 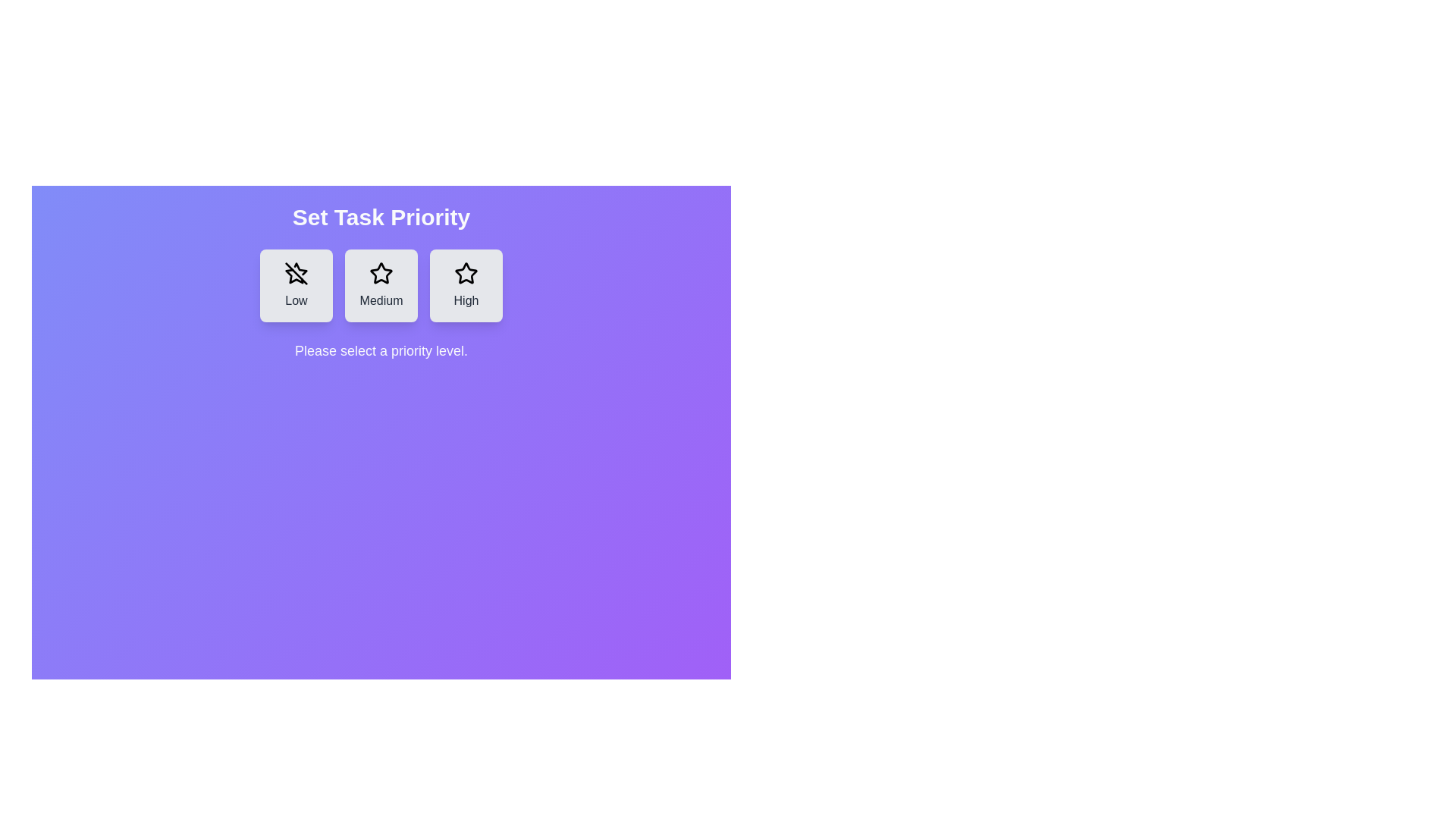 I want to click on the button corresponding to the priority level High, so click(x=465, y=286).